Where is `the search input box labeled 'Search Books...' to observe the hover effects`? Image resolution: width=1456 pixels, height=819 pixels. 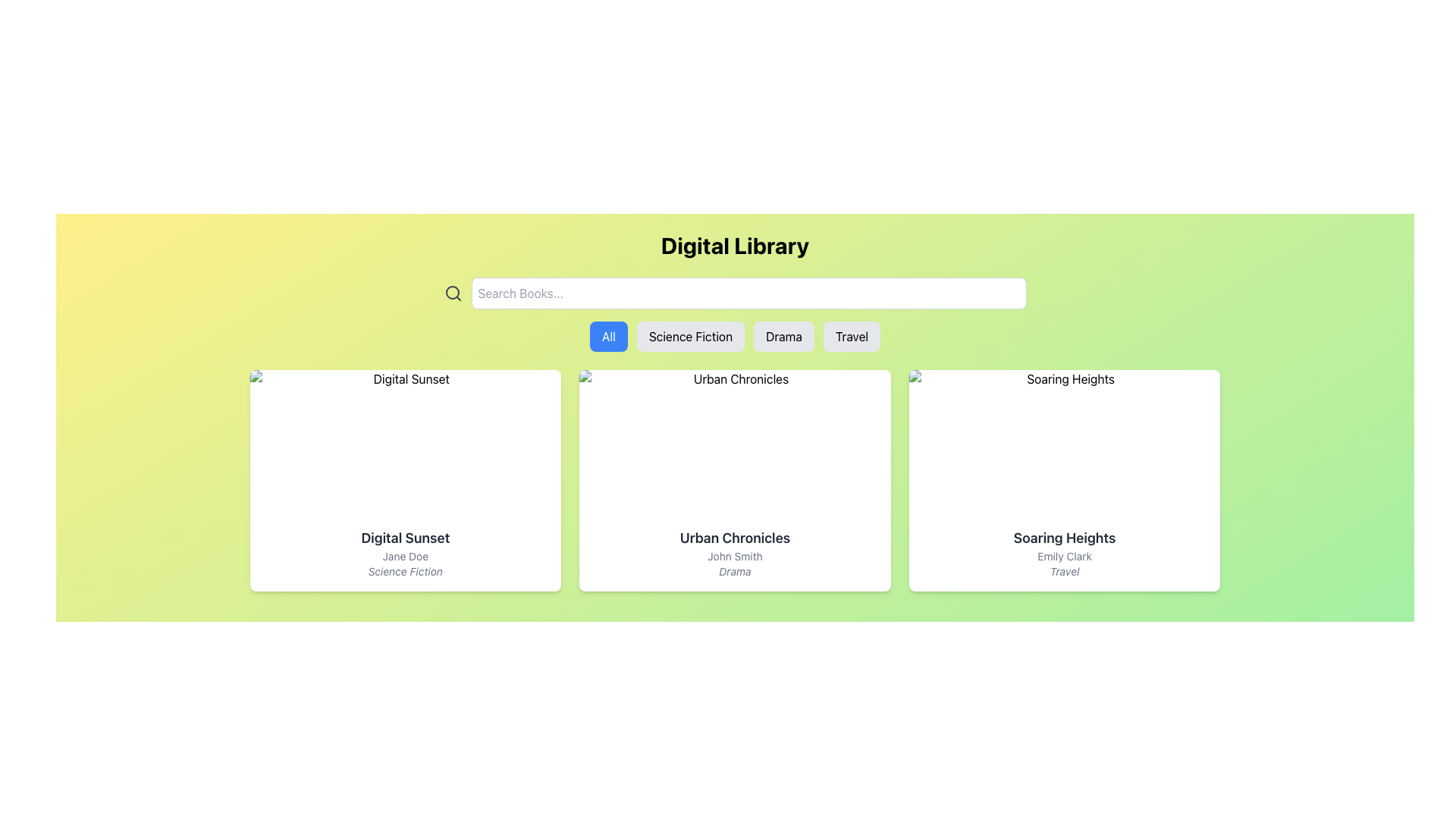
the search input box labeled 'Search Books...' to observe the hover effects is located at coordinates (748, 293).